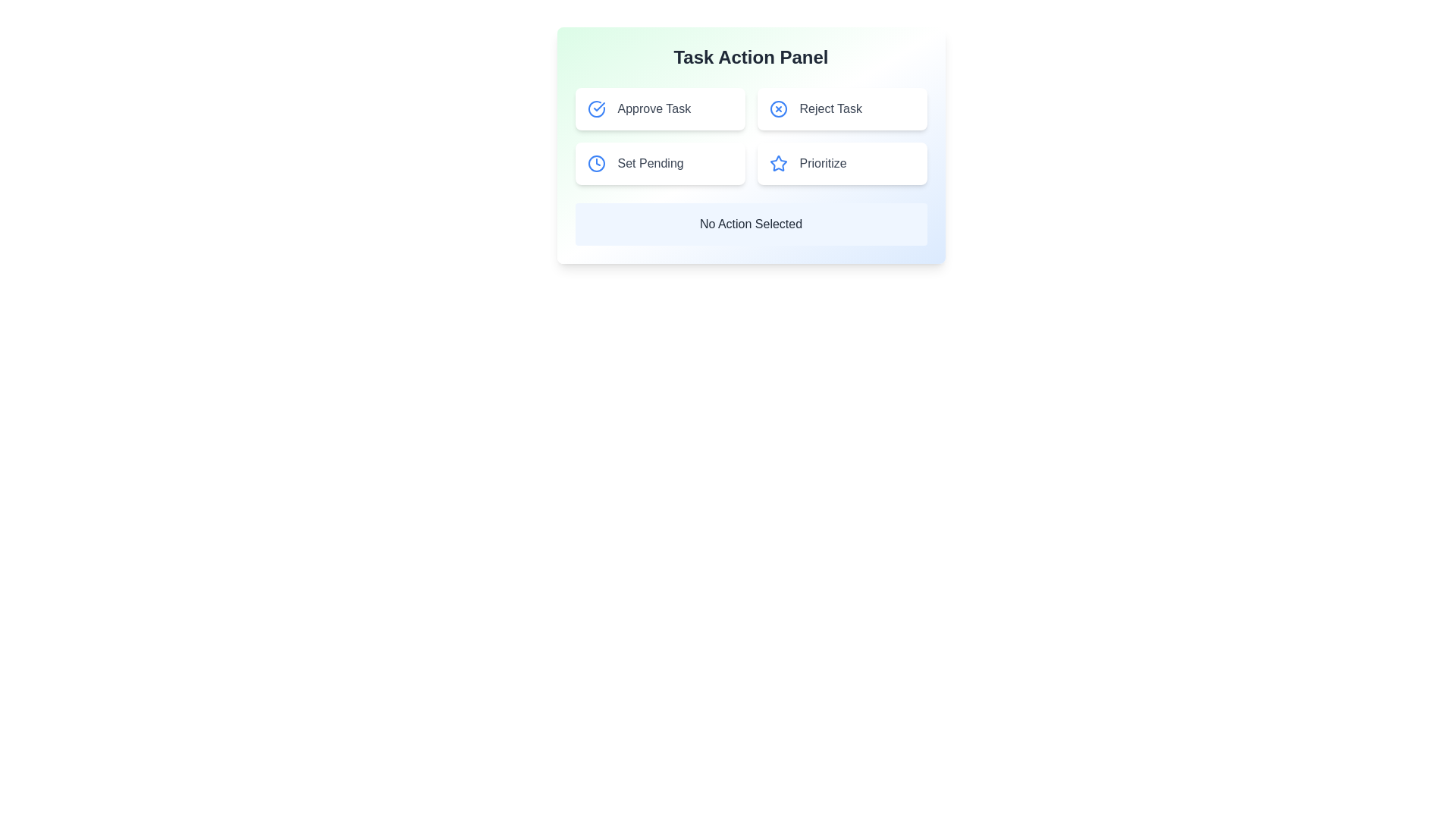 Image resolution: width=1456 pixels, height=819 pixels. Describe the element at coordinates (660, 164) in the screenshot. I see `the 'Set Pending' button with a clock icon located in the bottom-left quadrant of the grid layout under the 'Task Action Panel' to observe its hover effect` at that location.